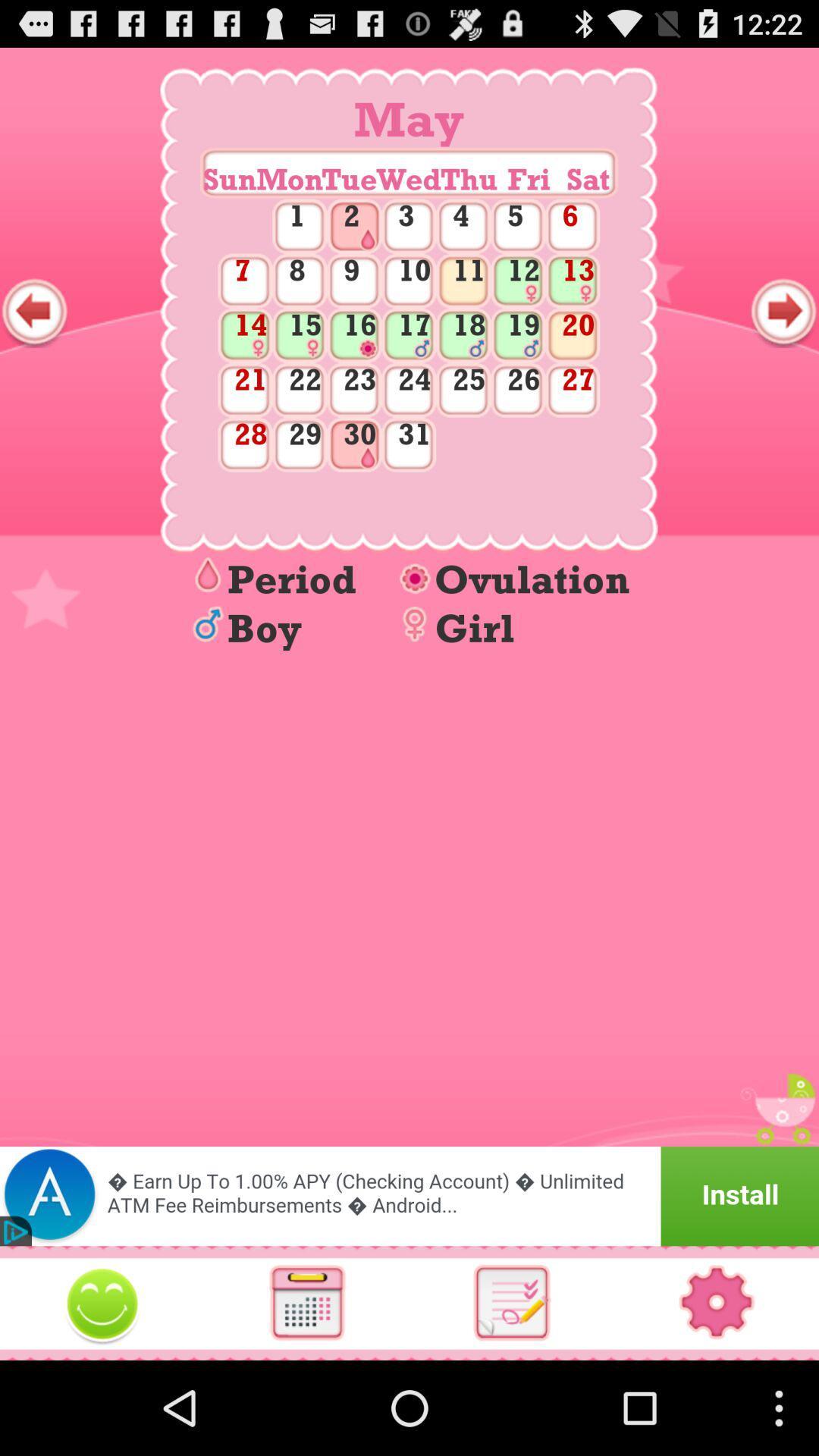 The height and width of the screenshot is (1456, 819). Describe the element at coordinates (409, 1195) in the screenshot. I see `open advertisements detail` at that location.